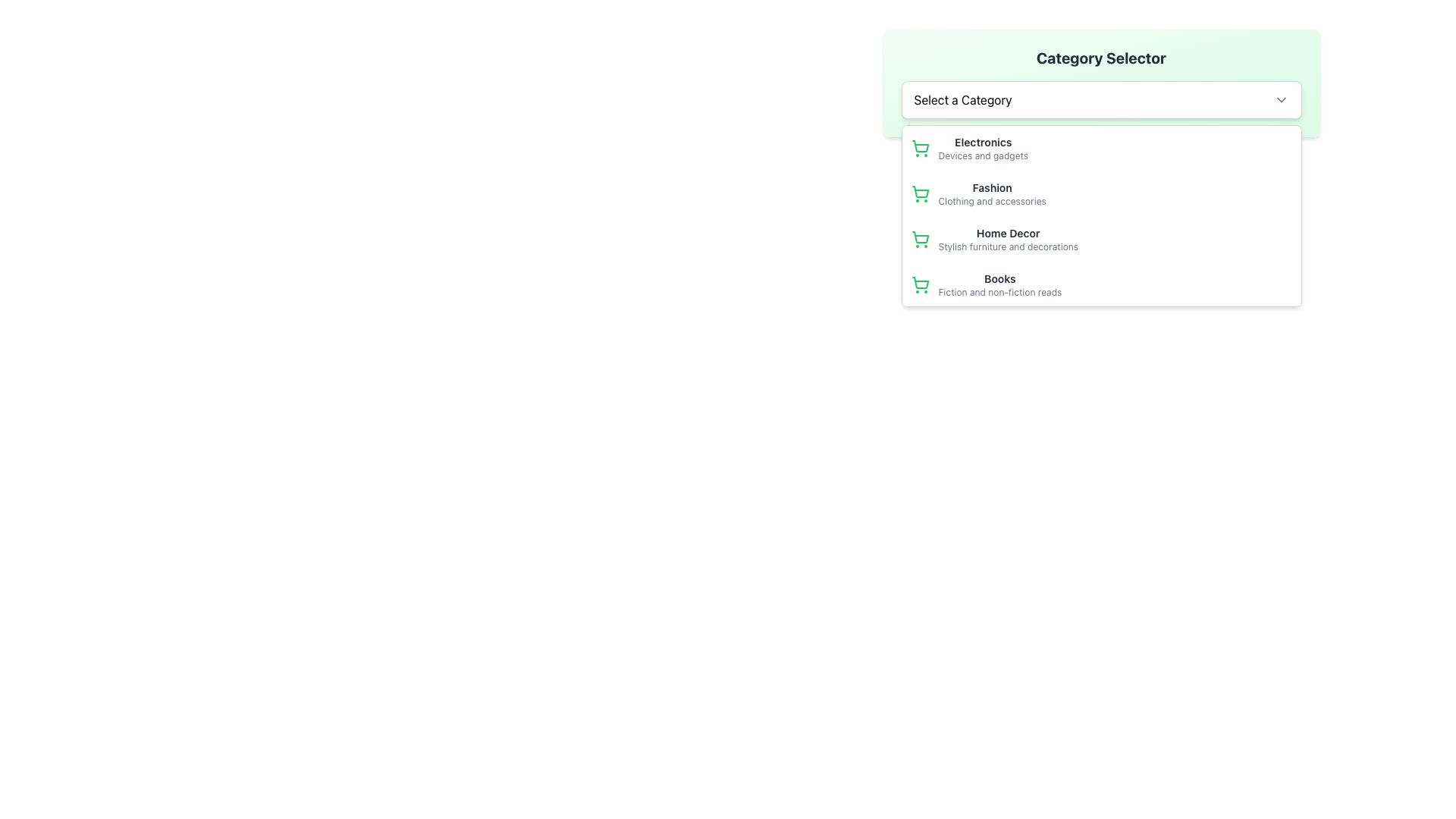 The image size is (1456, 819). What do you see at coordinates (919, 191) in the screenshot?
I see `the green shopping cart icon located to the far left of the 'Fashion' item in the 'Category Selector' dropdown menu` at bounding box center [919, 191].